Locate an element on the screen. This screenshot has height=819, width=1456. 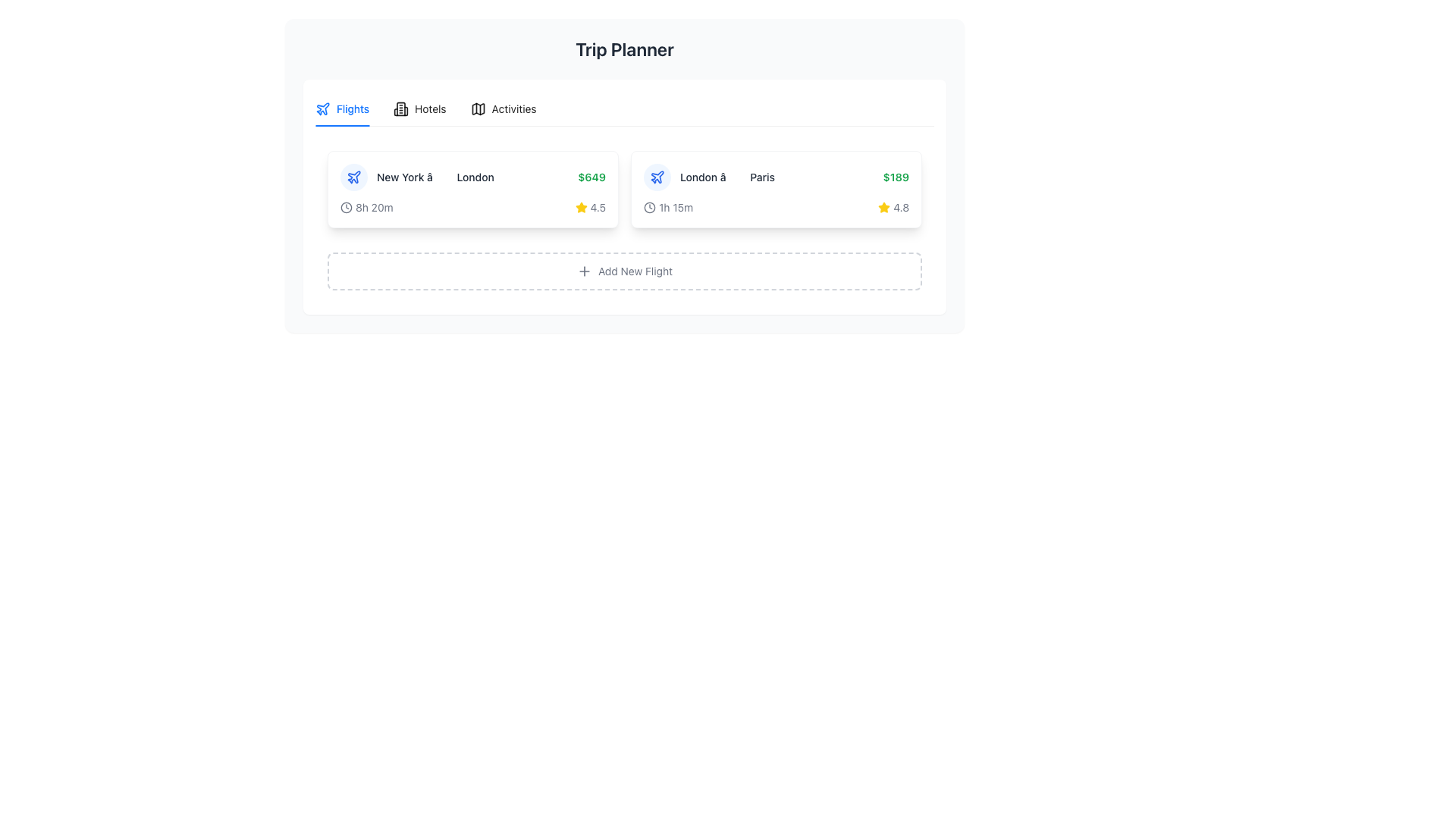
the 'Add New Flight' button, which is a rectangular button with a dashed border and a '+' icon, located below the list of flights, to initiate adding a new flight is located at coordinates (625, 271).